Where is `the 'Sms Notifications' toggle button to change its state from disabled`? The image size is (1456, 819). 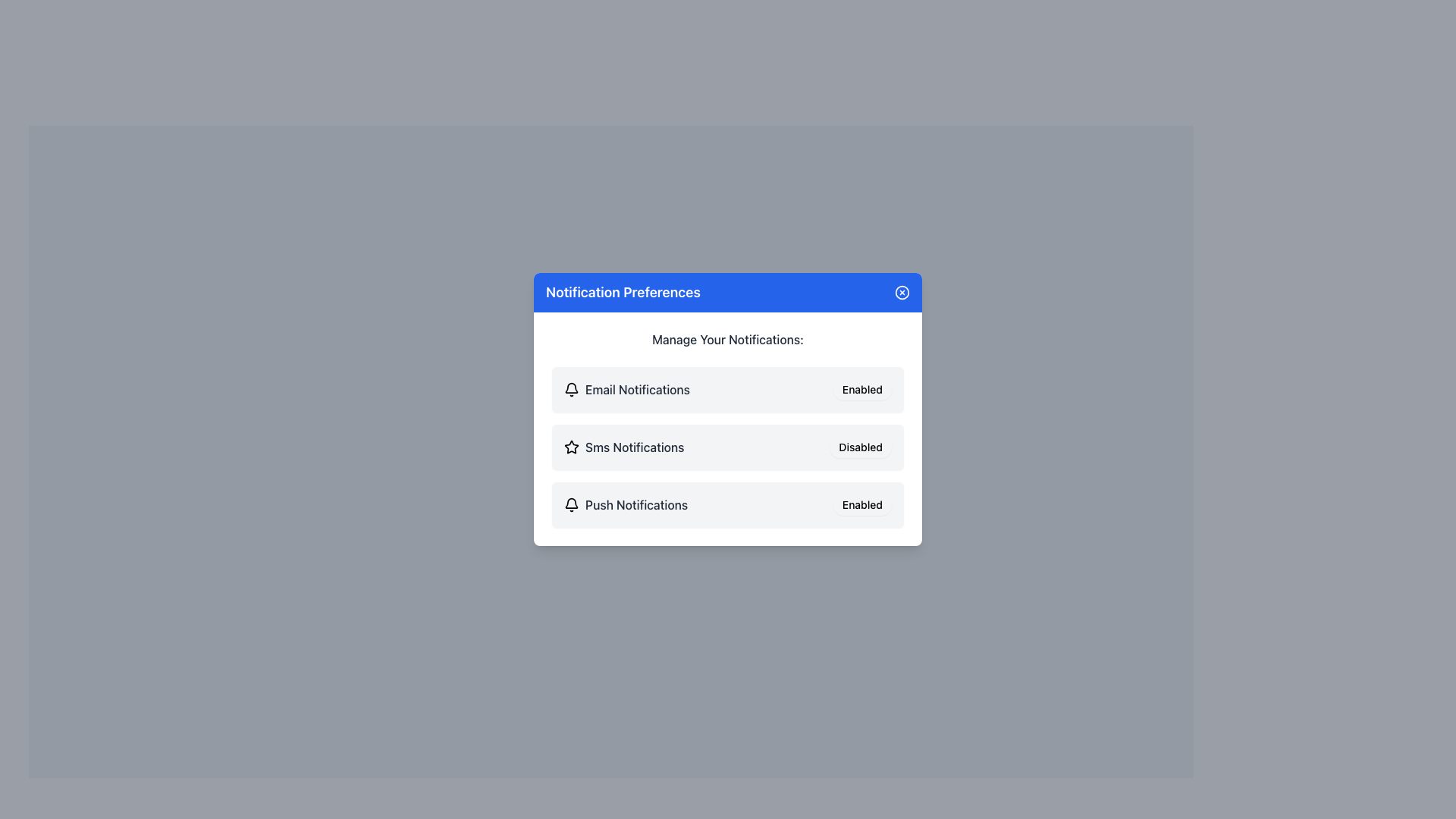
the 'Sms Notifications' toggle button to change its state from disabled is located at coordinates (861, 447).